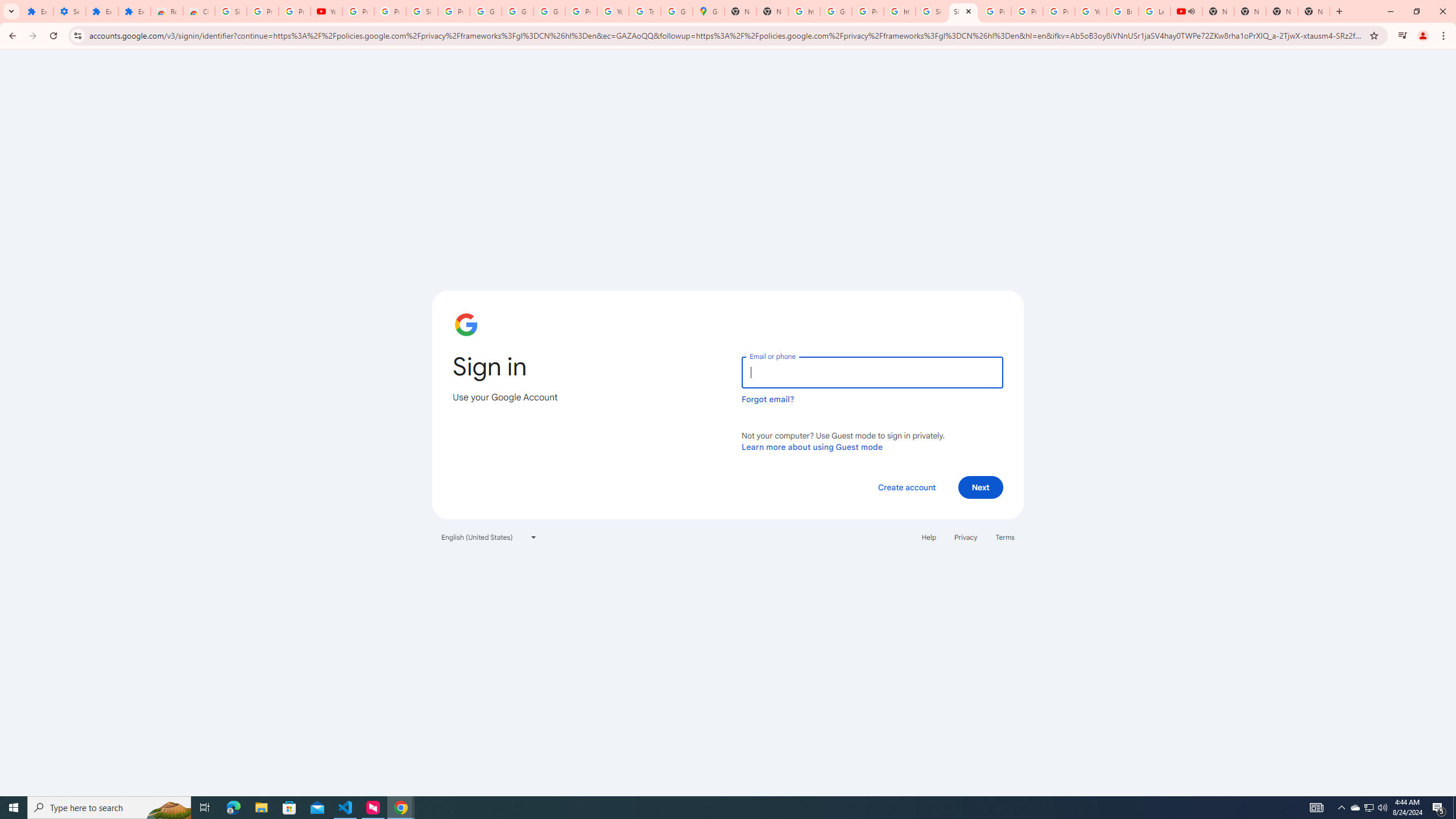  What do you see at coordinates (708, 11) in the screenshot?
I see `'Google Maps'` at bounding box center [708, 11].